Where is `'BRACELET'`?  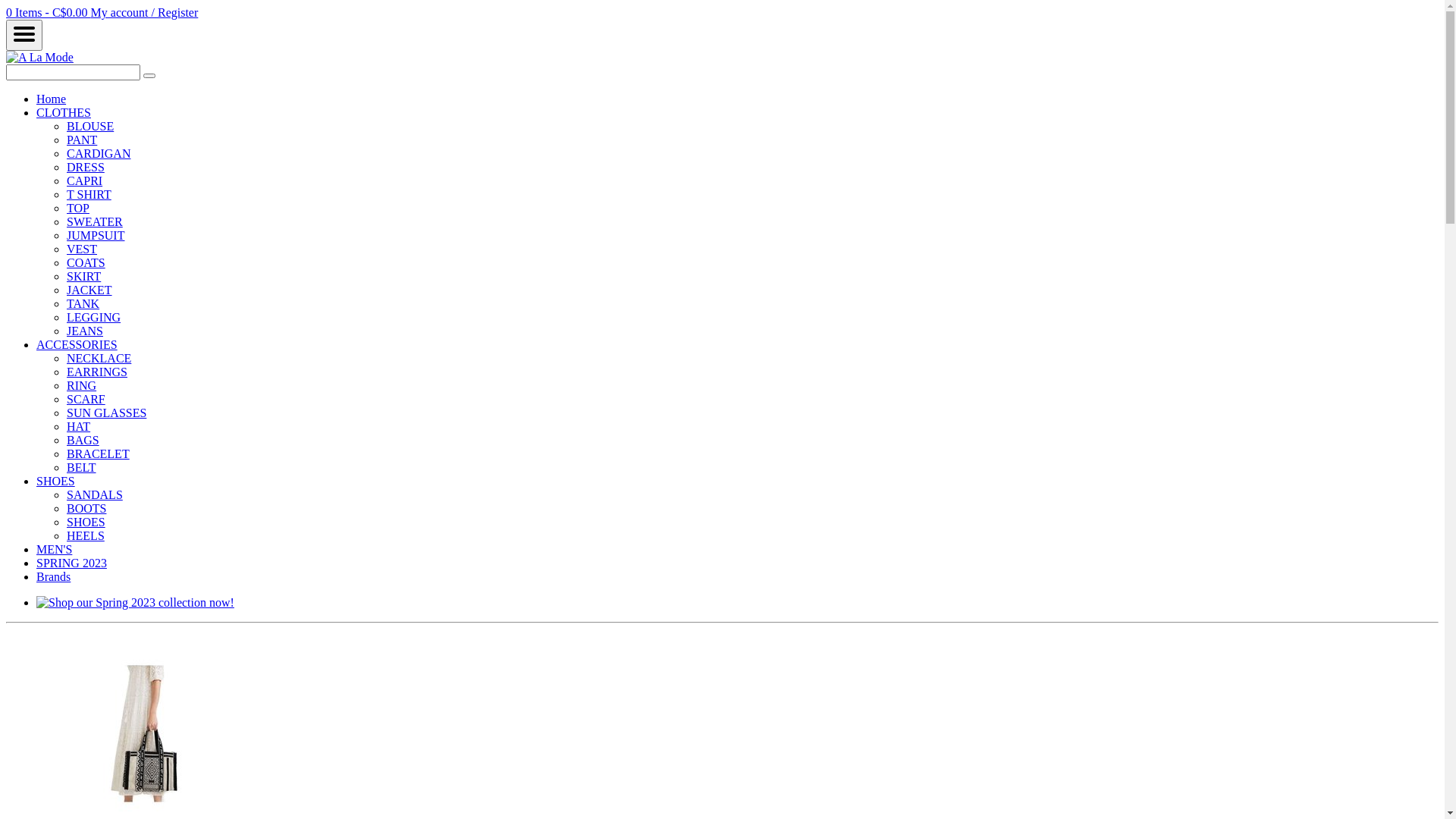 'BRACELET' is located at coordinates (97, 453).